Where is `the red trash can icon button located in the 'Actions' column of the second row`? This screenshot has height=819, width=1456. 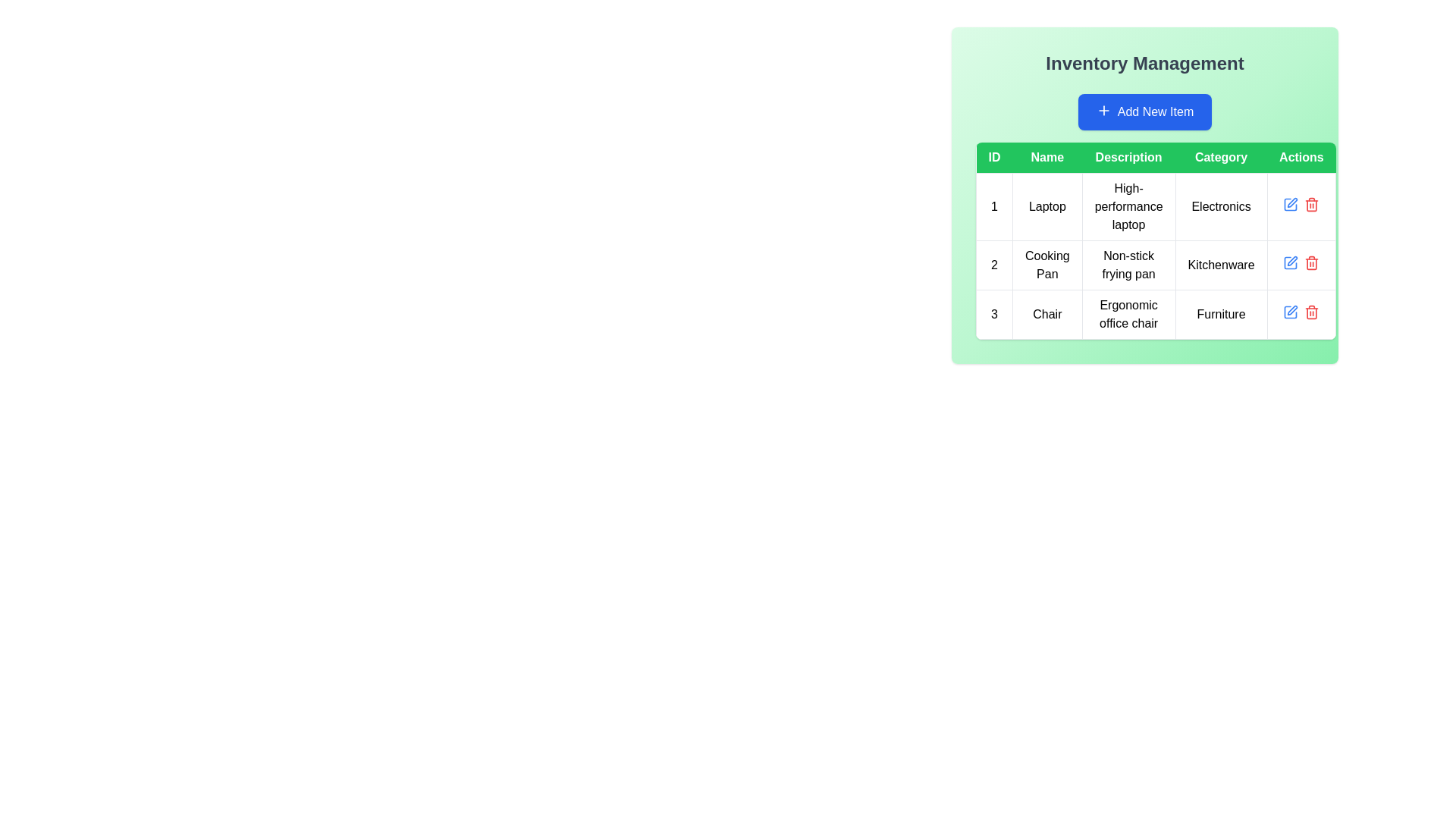
the red trash can icon button located in the 'Actions' column of the second row is located at coordinates (1311, 262).